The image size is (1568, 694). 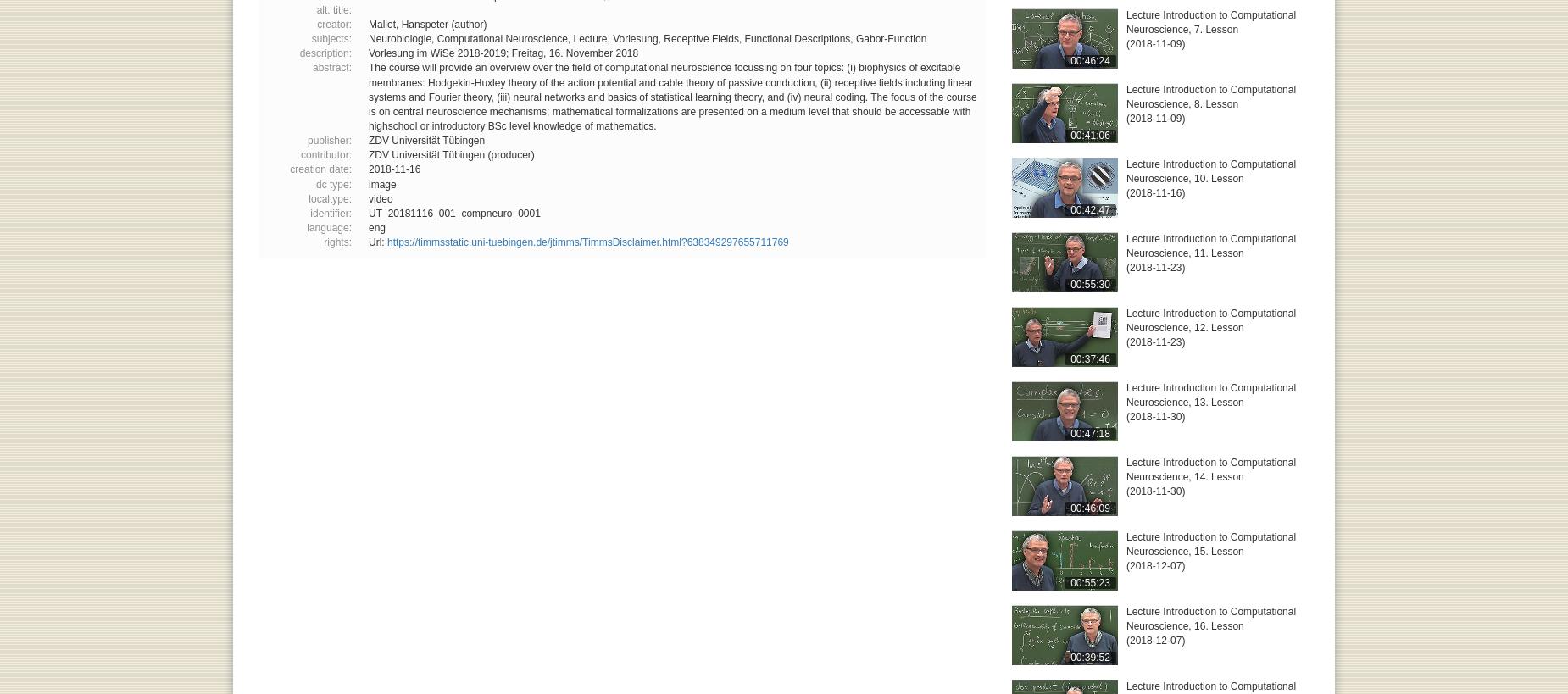 I want to click on 'UT_20181116_001_compneuro_0001', so click(x=453, y=212).